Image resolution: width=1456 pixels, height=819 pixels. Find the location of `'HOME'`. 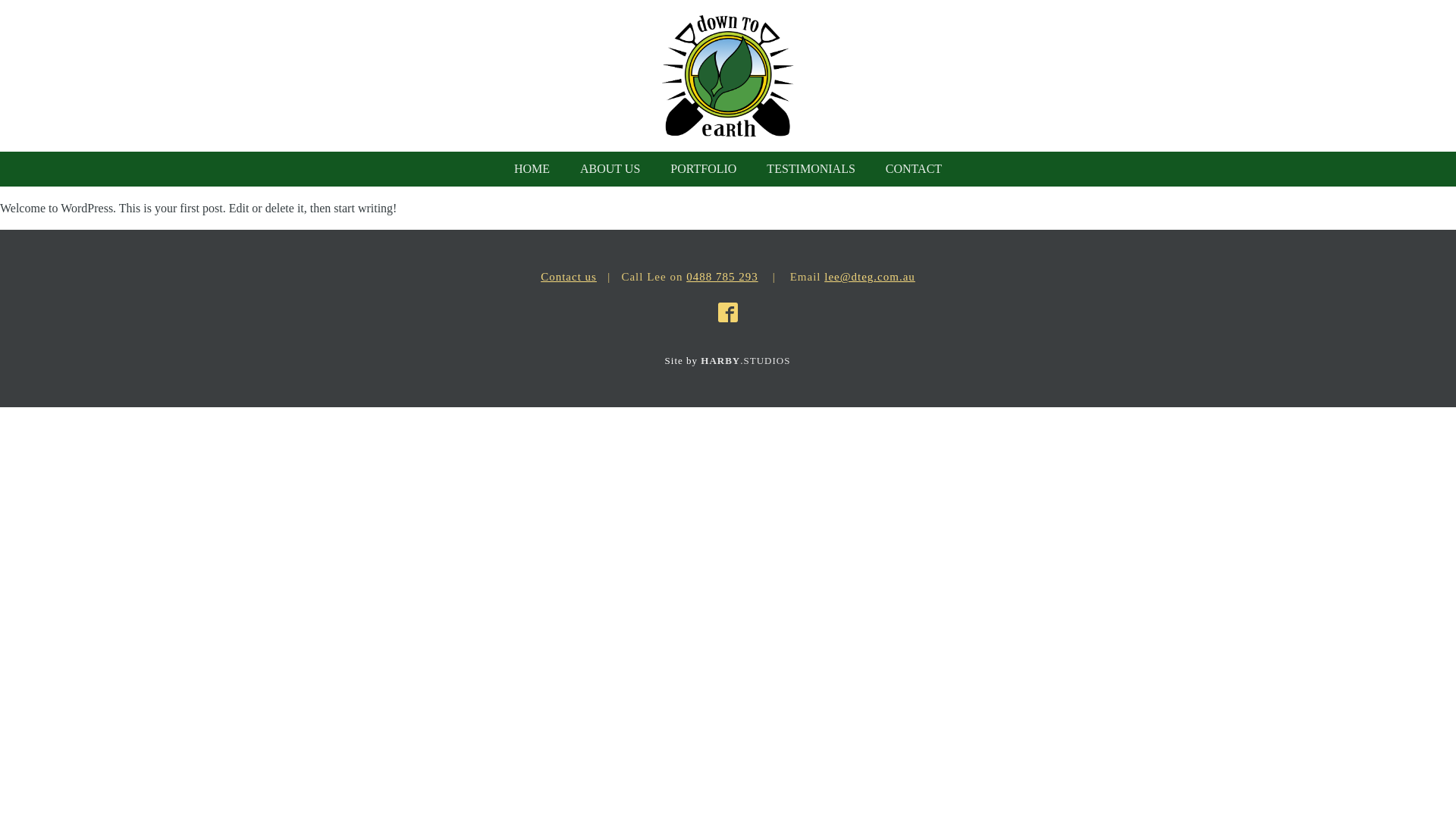

'HOME' is located at coordinates (498, 169).